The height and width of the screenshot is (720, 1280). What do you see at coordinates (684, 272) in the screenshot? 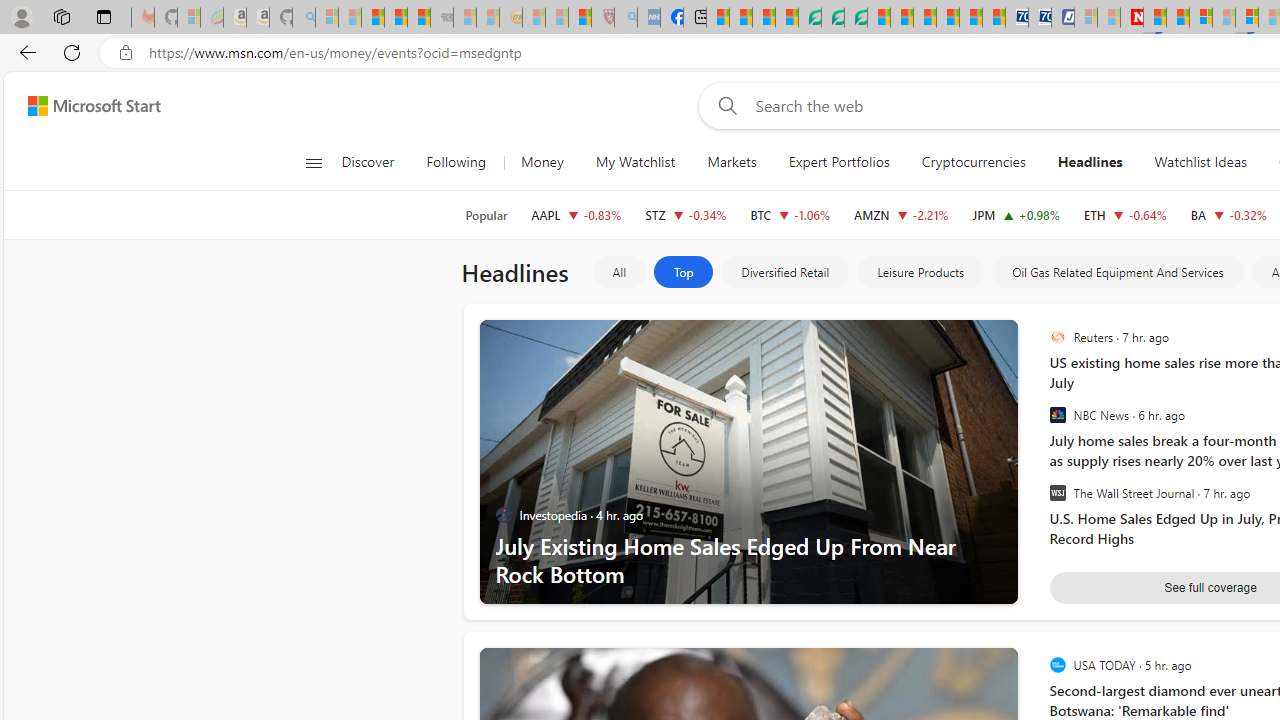
I see `'Top'` at bounding box center [684, 272].